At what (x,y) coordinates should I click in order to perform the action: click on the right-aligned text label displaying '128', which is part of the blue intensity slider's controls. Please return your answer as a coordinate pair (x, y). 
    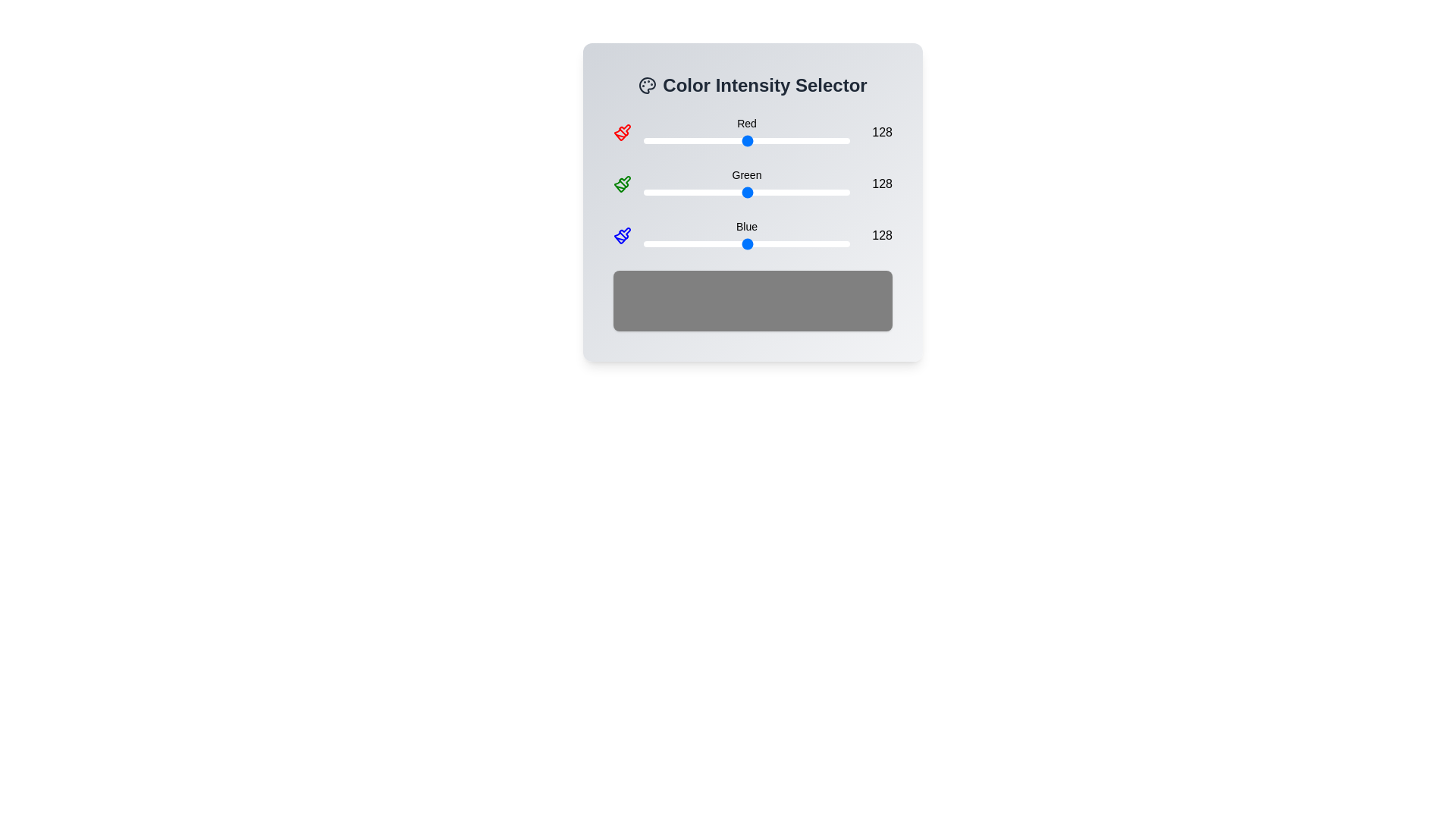
    Looking at the image, I should click on (877, 236).